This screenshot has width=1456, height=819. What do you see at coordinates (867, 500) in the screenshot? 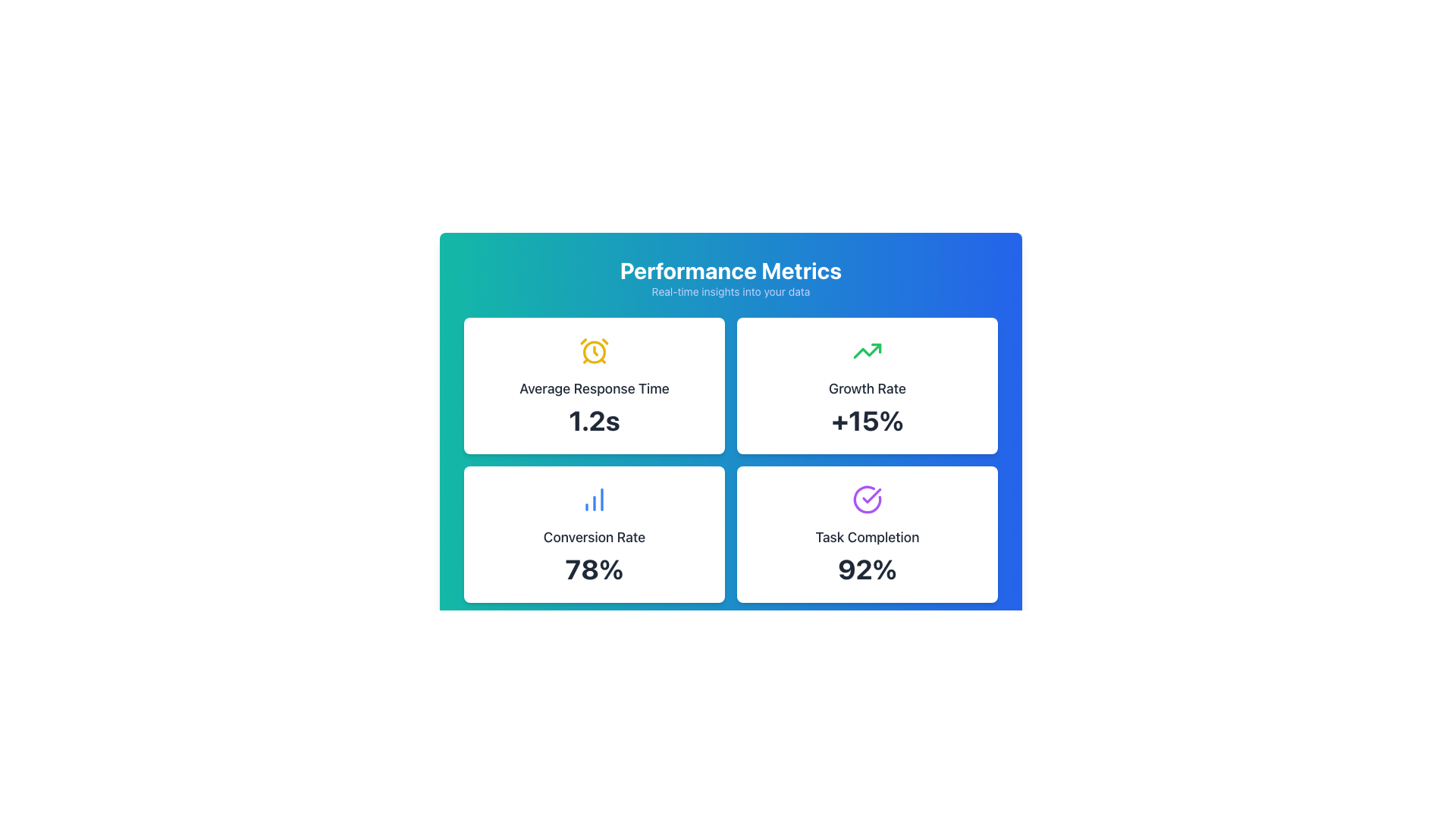
I see `the circular checkmark icon with a purple outline located in the 'Task Completion' section of the 'Performance Metrics' dashboard` at bounding box center [867, 500].